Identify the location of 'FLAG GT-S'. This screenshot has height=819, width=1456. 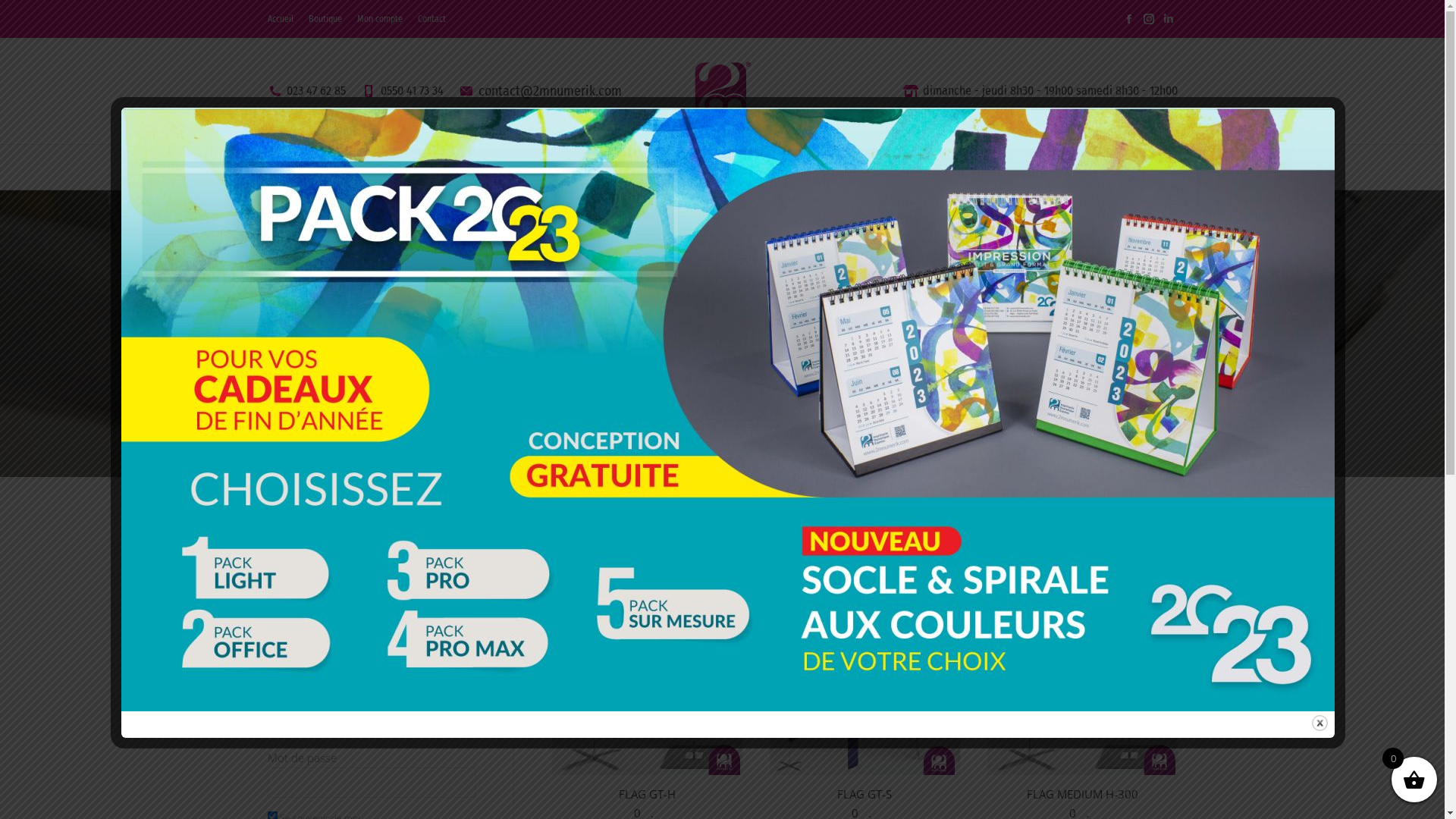
(864, 792).